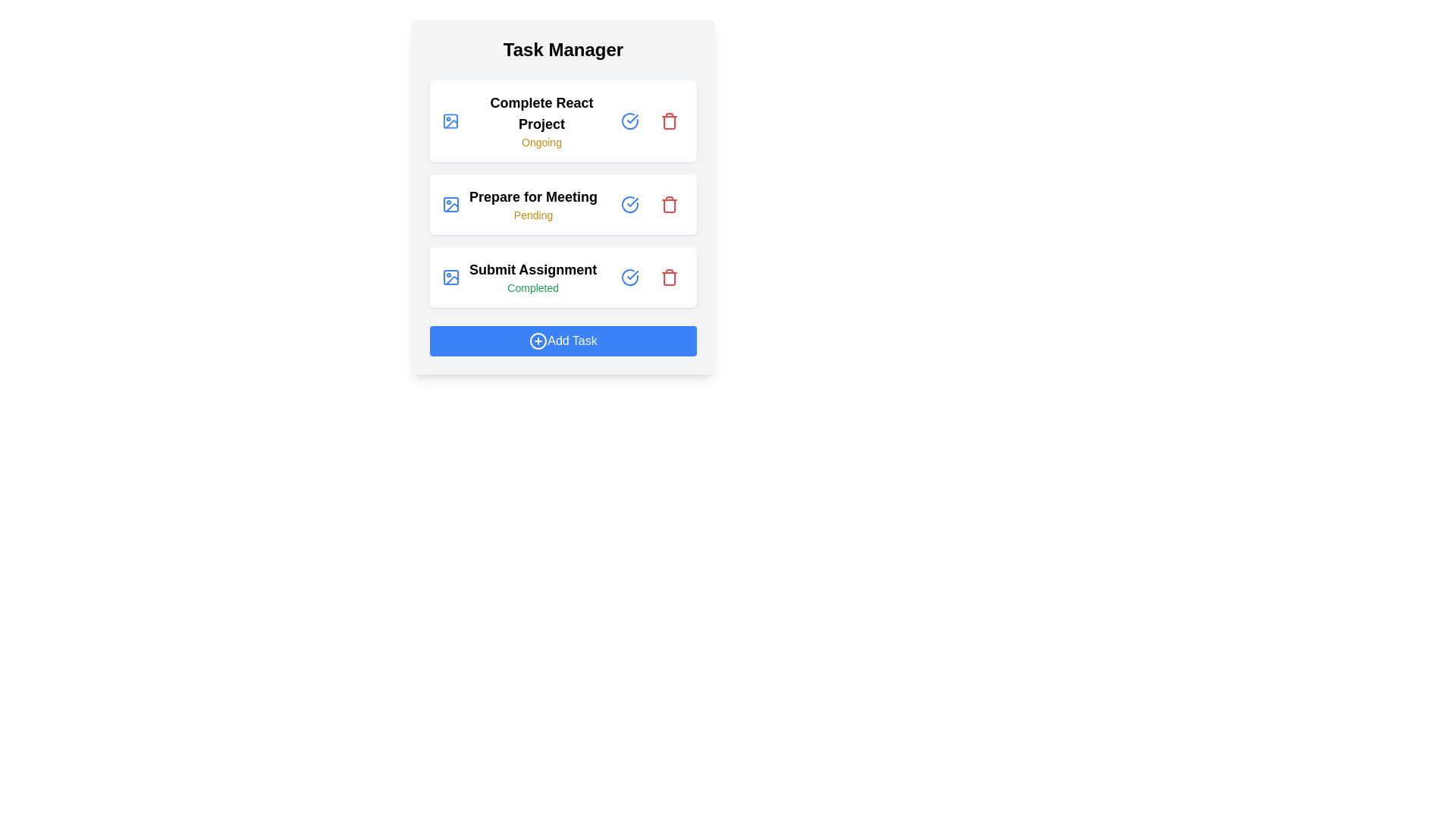 The height and width of the screenshot is (819, 1456). I want to click on 'Check Circle' button for the task with title Prepare for Meeting, so click(629, 205).